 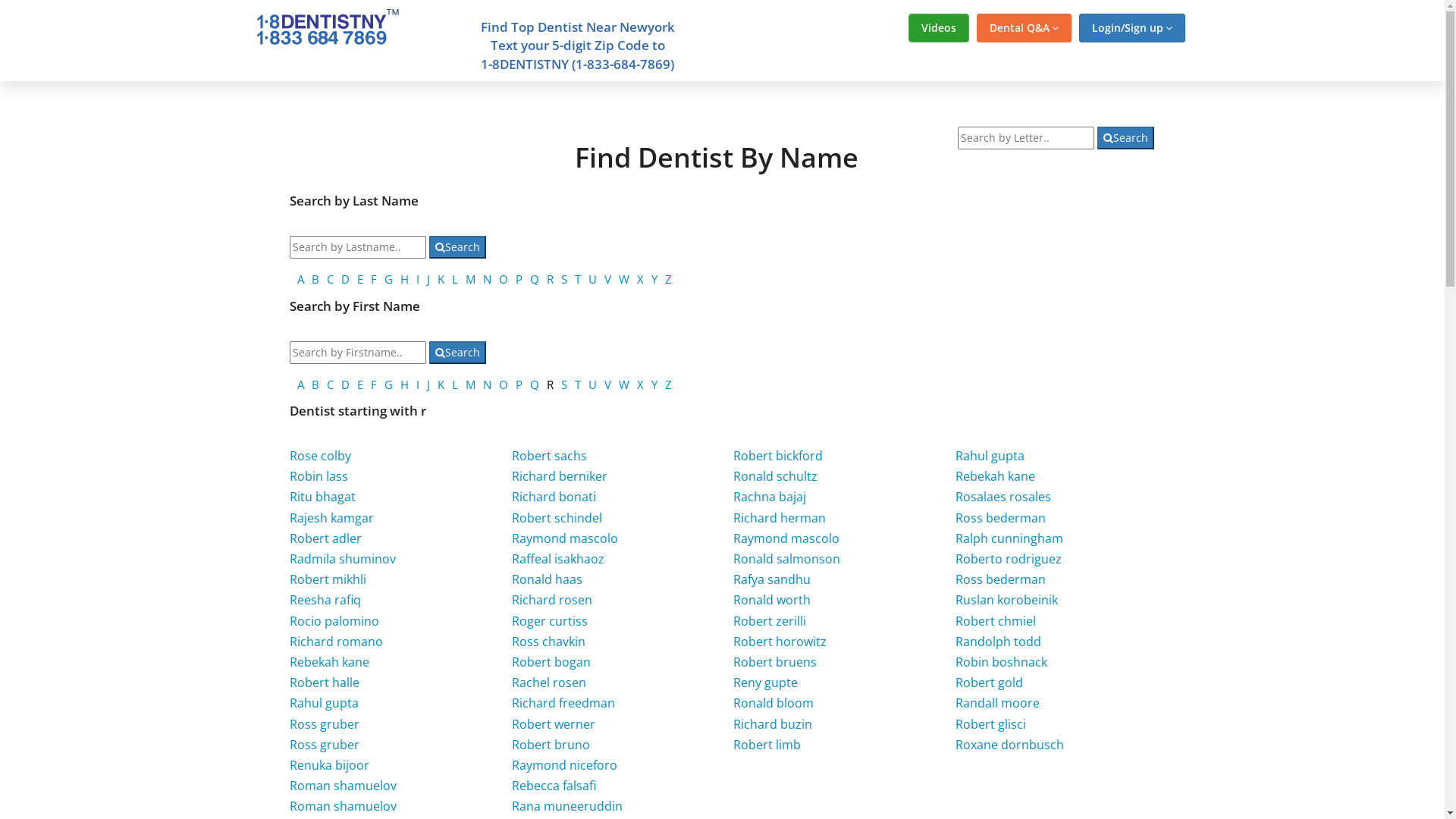 What do you see at coordinates (548, 641) in the screenshot?
I see `'Ross chavkin'` at bounding box center [548, 641].